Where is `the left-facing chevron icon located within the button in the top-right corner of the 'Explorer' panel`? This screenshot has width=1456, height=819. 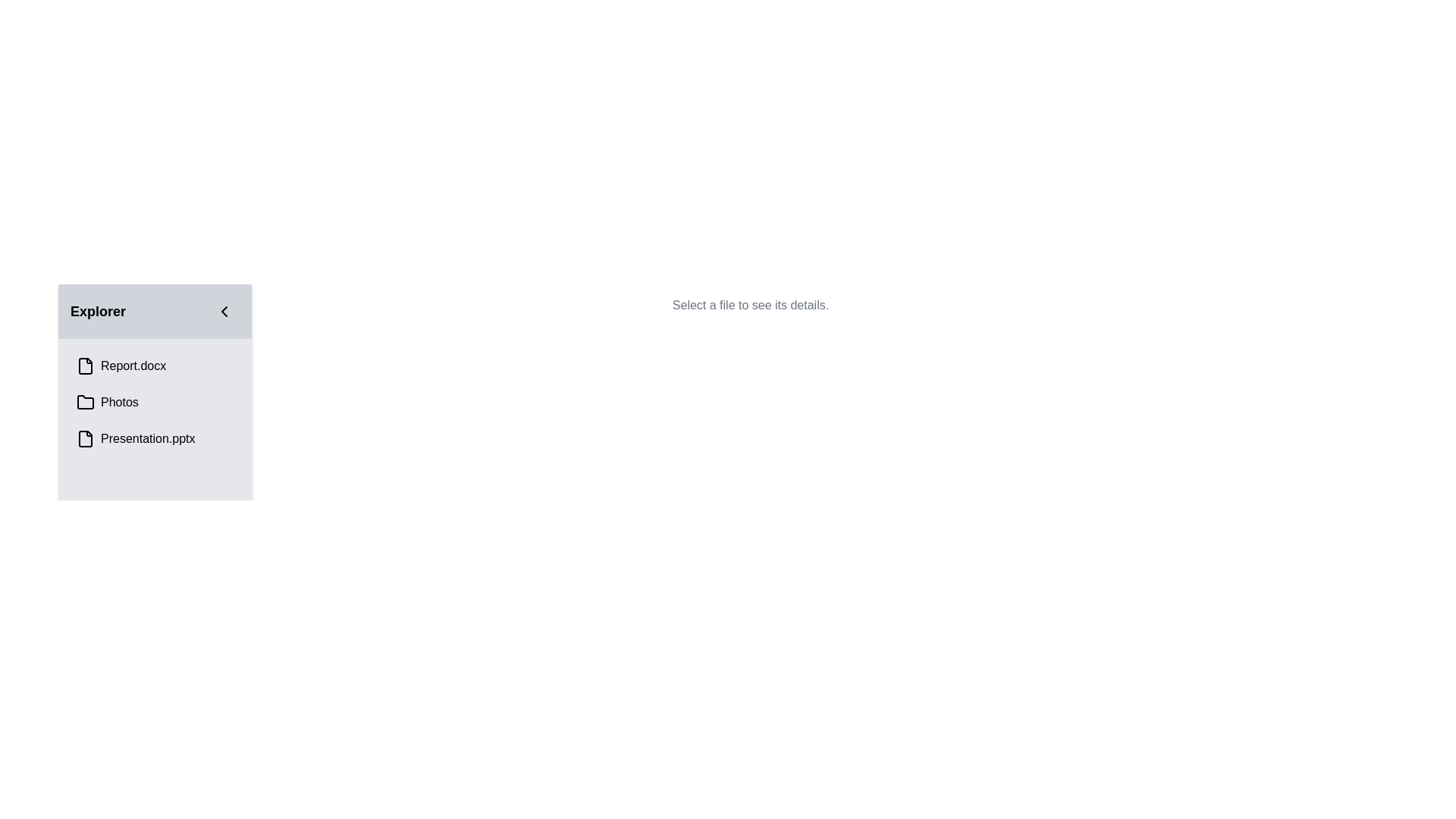 the left-facing chevron icon located within the button in the top-right corner of the 'Explorer' panel is located at coordinates (224, 311).